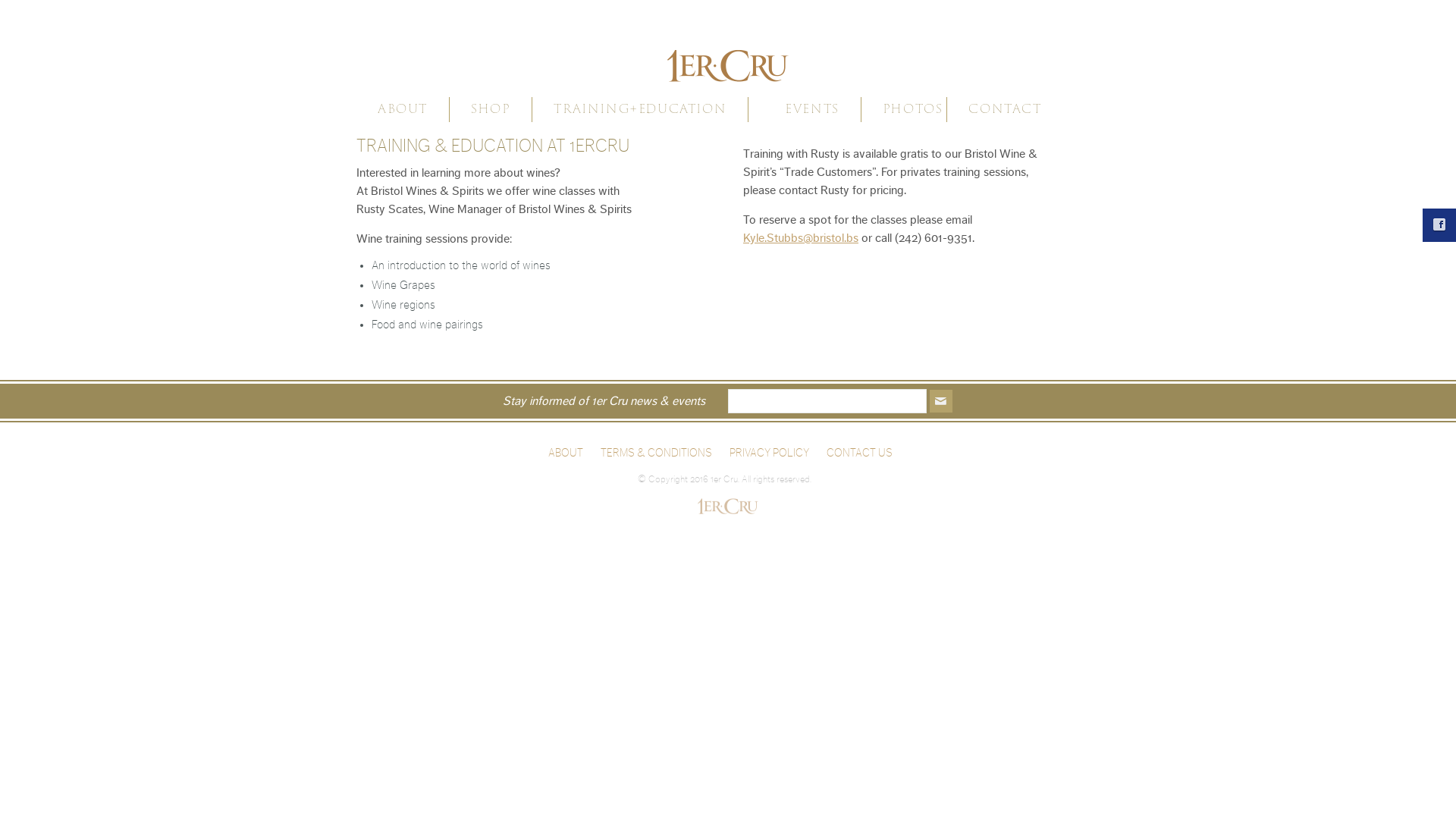  Describe the element at coordinates (912, 108) in the screenshot. I see `'PHOTOS'` at that location.